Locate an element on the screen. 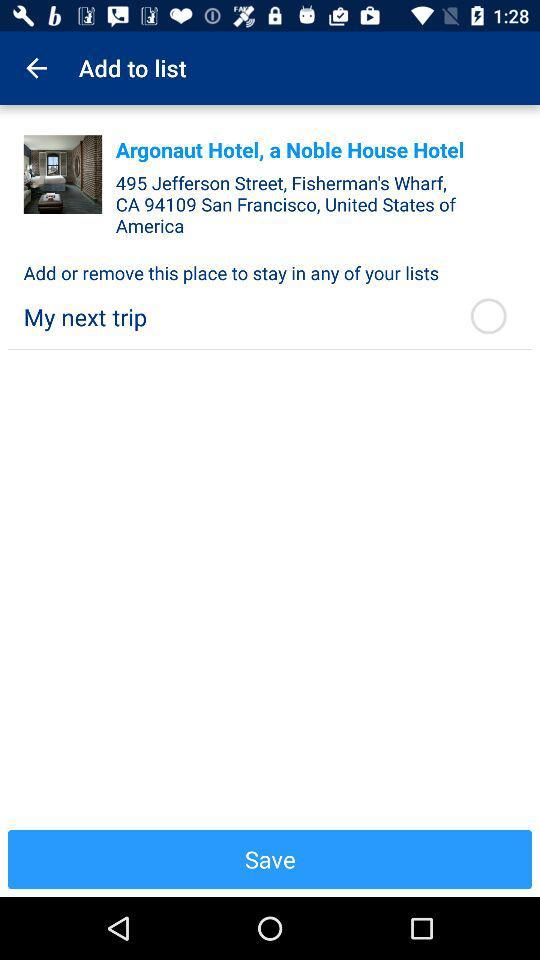  the icon below the add or remove is located at coordinates (487, 316).